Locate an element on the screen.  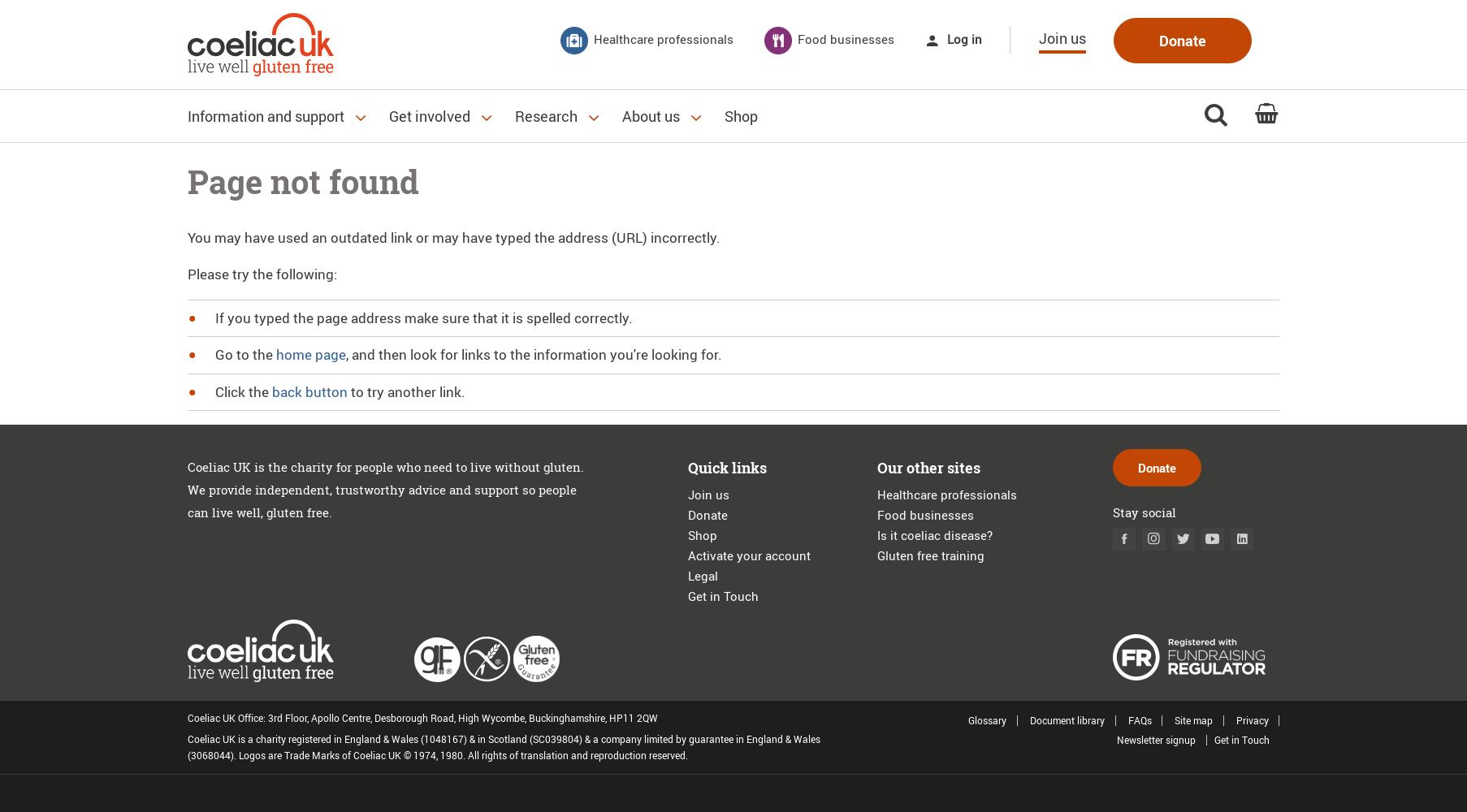
'back button' is located at coordinates (309, 390).